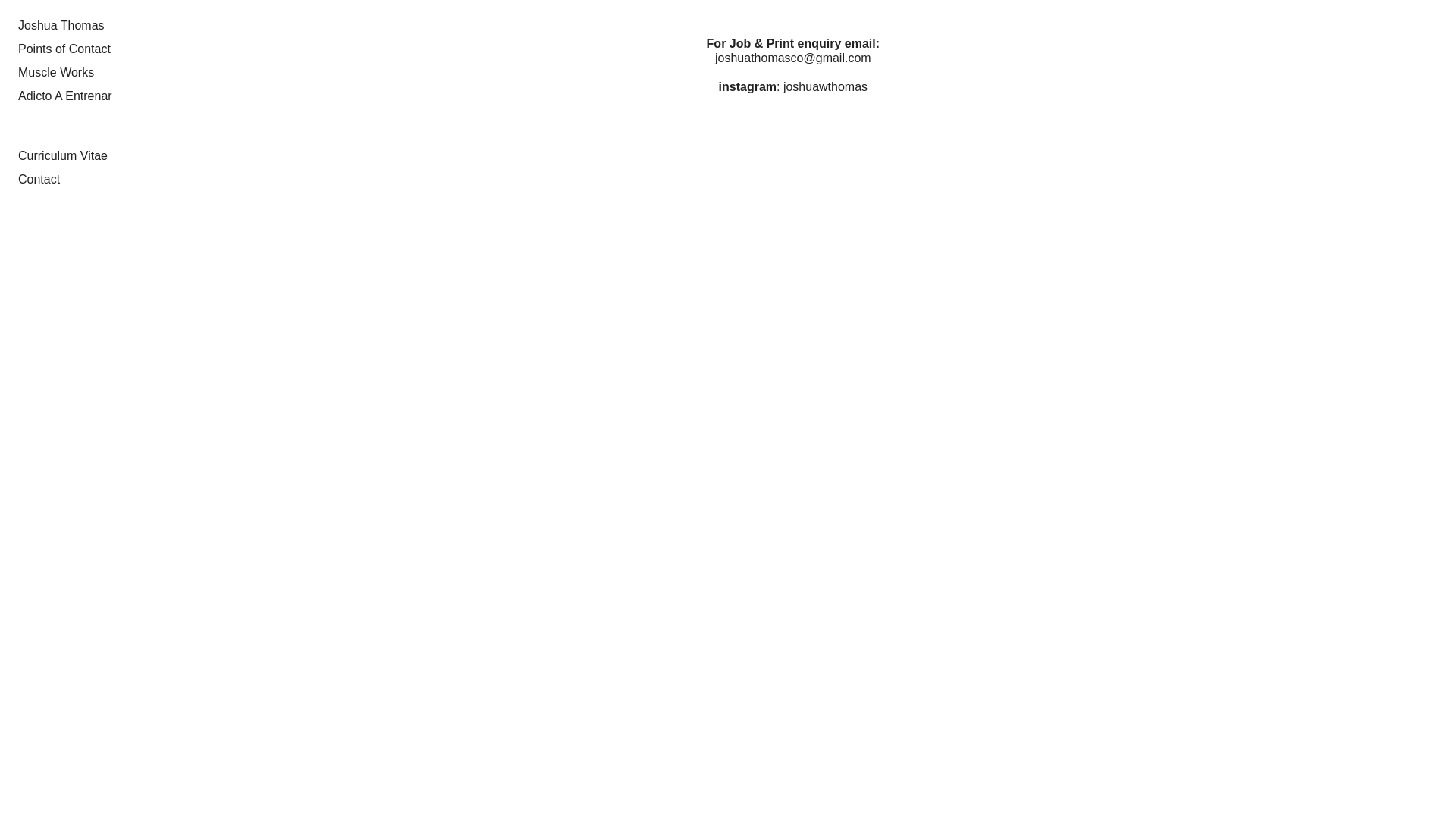  I want to click on 'Points of Contact', so click(64, 48).